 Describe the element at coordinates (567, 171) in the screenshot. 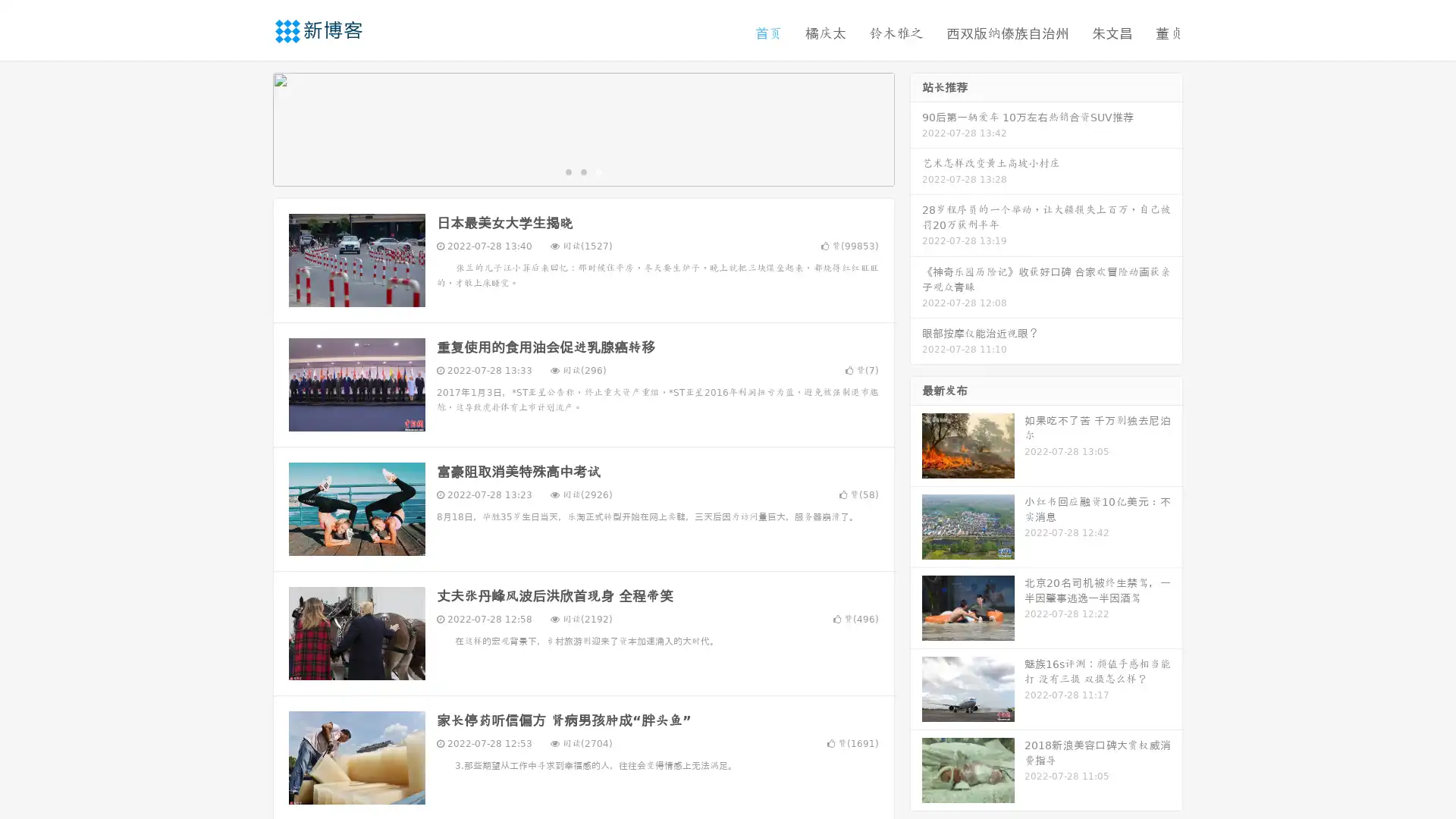

I see `Go to slide 1` at that location.